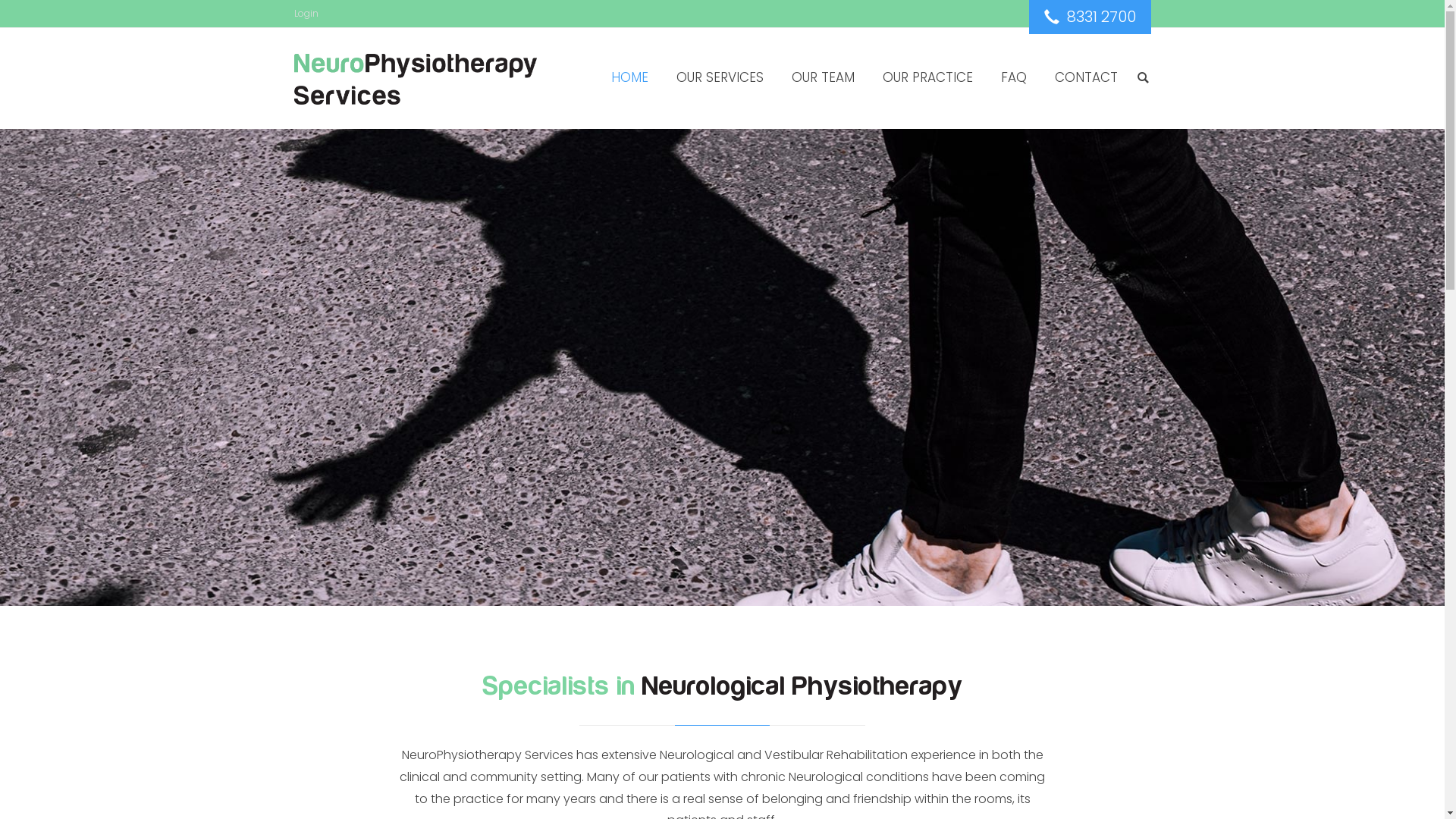  What do you see at coordinates (1014, 77) in the screenshot?
I see `'FAQ'` at bounding box center [1014, 77].